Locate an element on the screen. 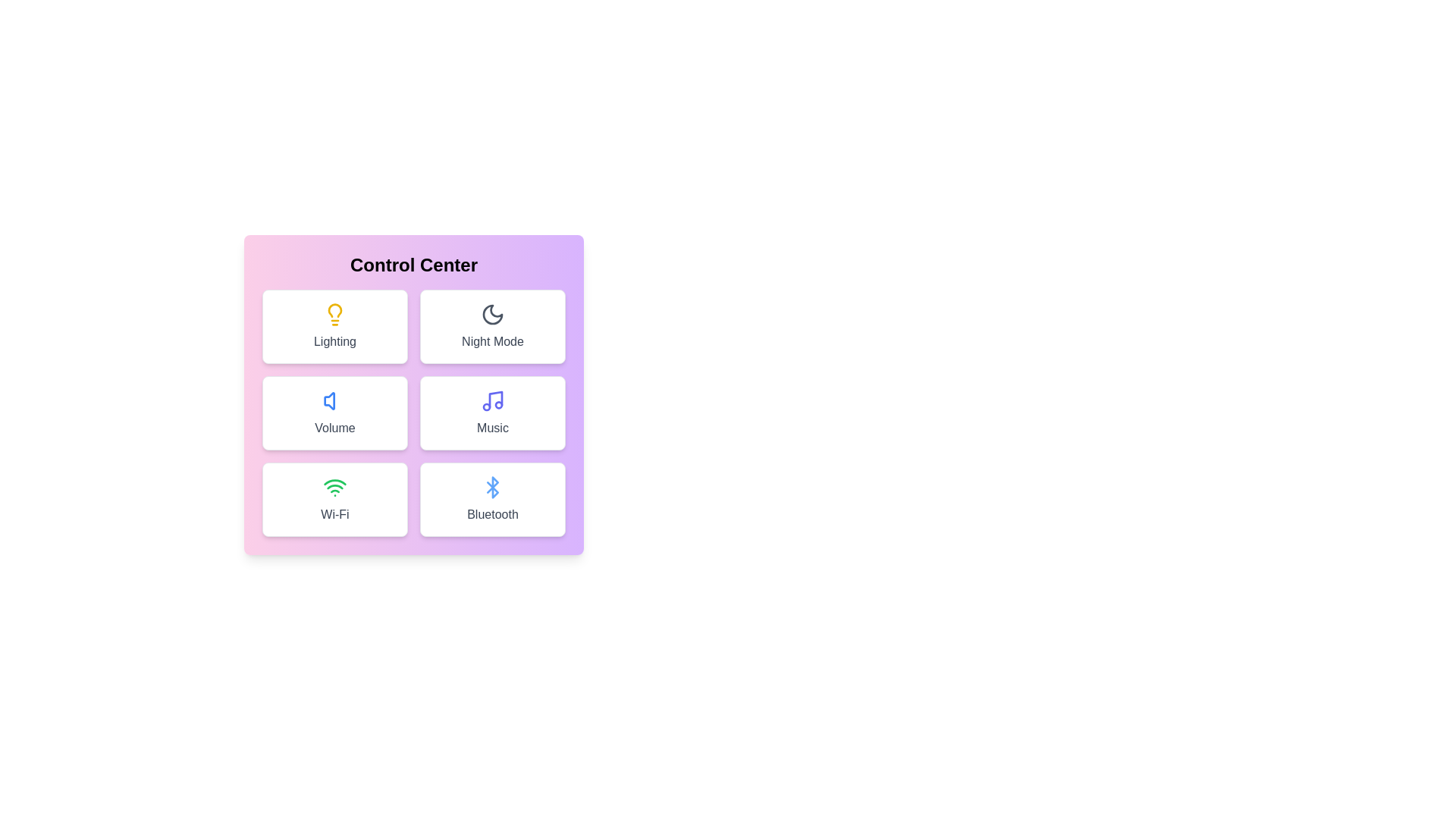 This screenshot has width=1456, height=819. the title text 'Control Center' to select it is located at coordinates (414, 265).